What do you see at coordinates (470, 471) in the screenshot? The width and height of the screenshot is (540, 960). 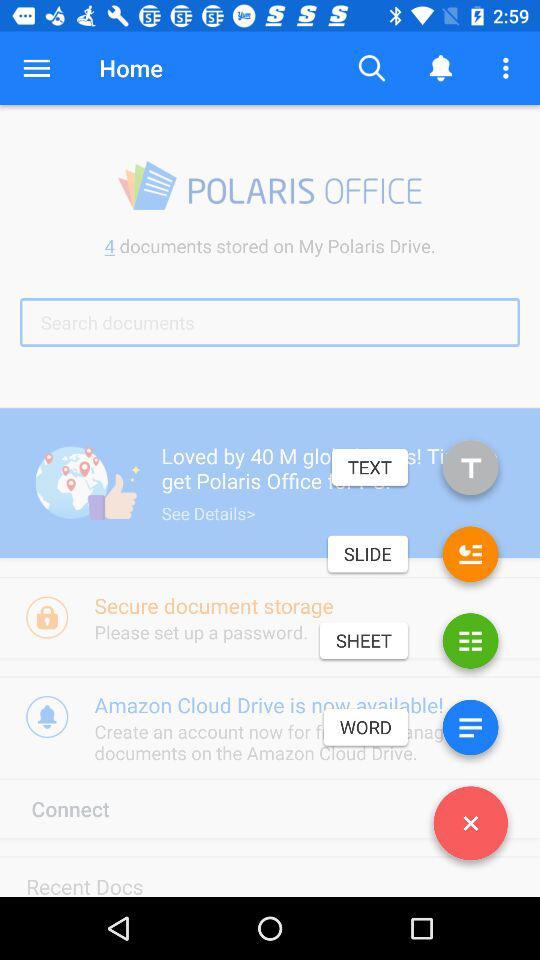 I see `the icon below search documents item` at bounding box center [470, 471].